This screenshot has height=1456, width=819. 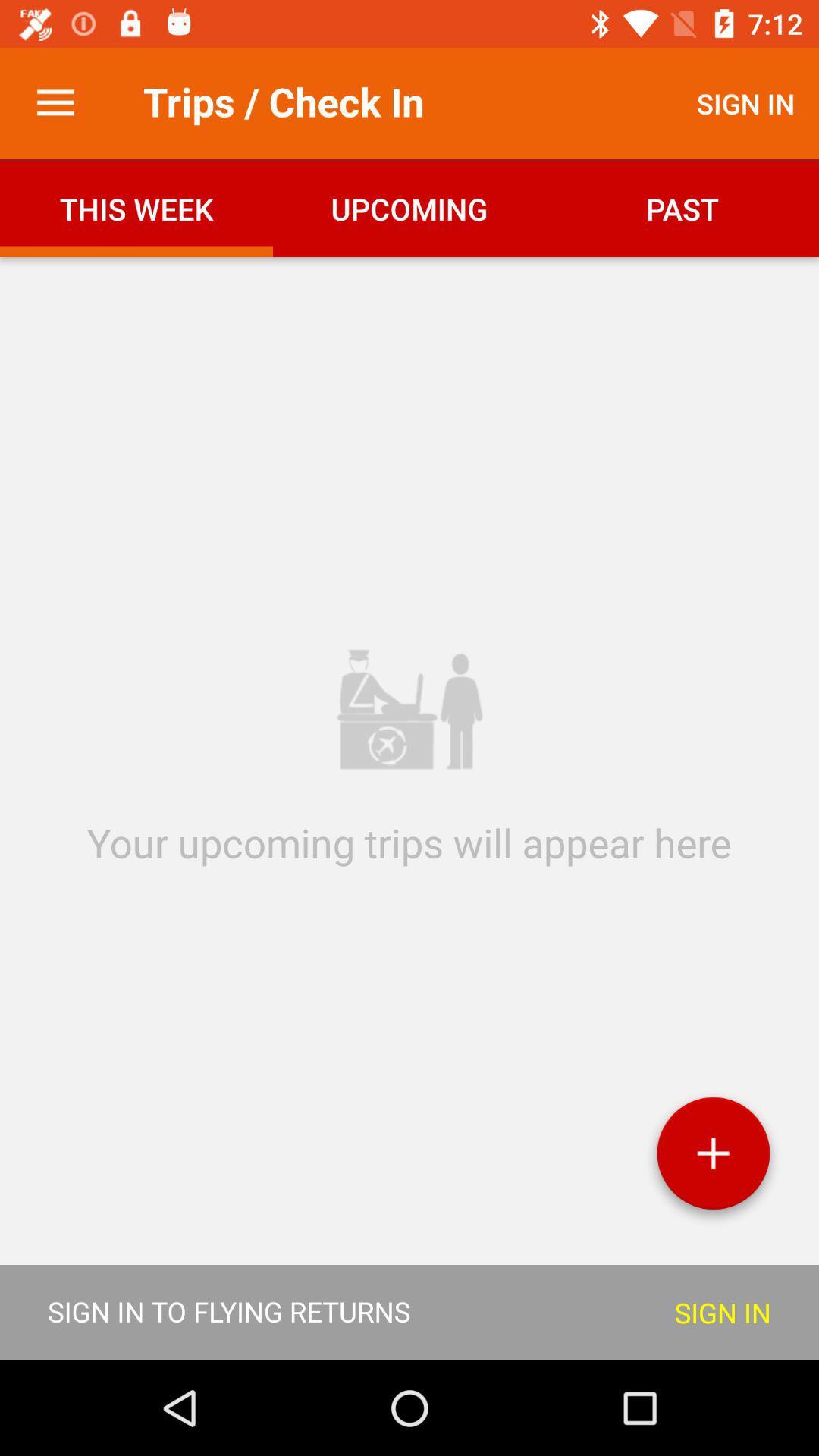 I want to click on the add icon, so click(x=713, y=1158).